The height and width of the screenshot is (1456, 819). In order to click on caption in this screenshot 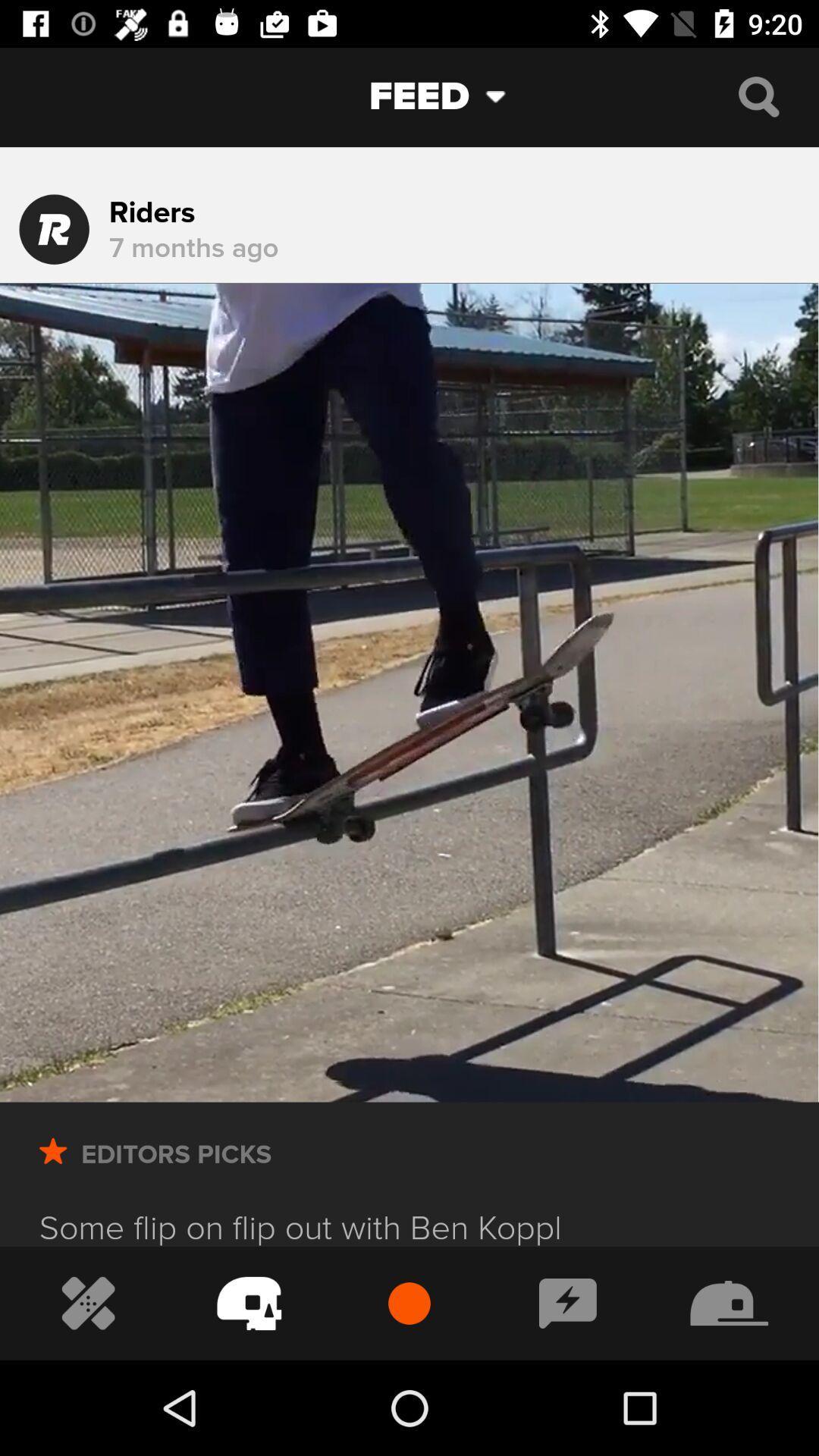, I will do `click(568, 1302)`.